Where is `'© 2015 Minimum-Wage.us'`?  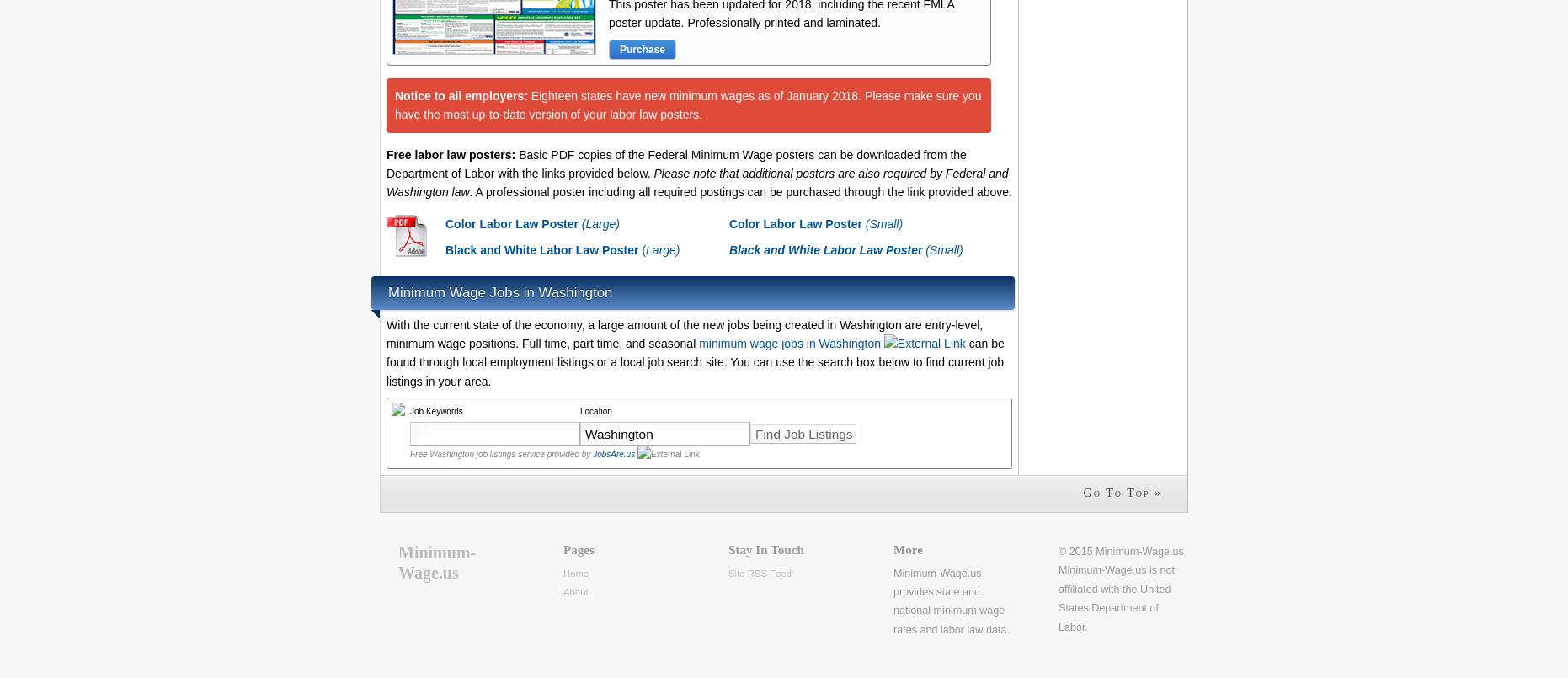 '© 2015 Minimum-Wage.us' is located at coordinates (1120, 551).